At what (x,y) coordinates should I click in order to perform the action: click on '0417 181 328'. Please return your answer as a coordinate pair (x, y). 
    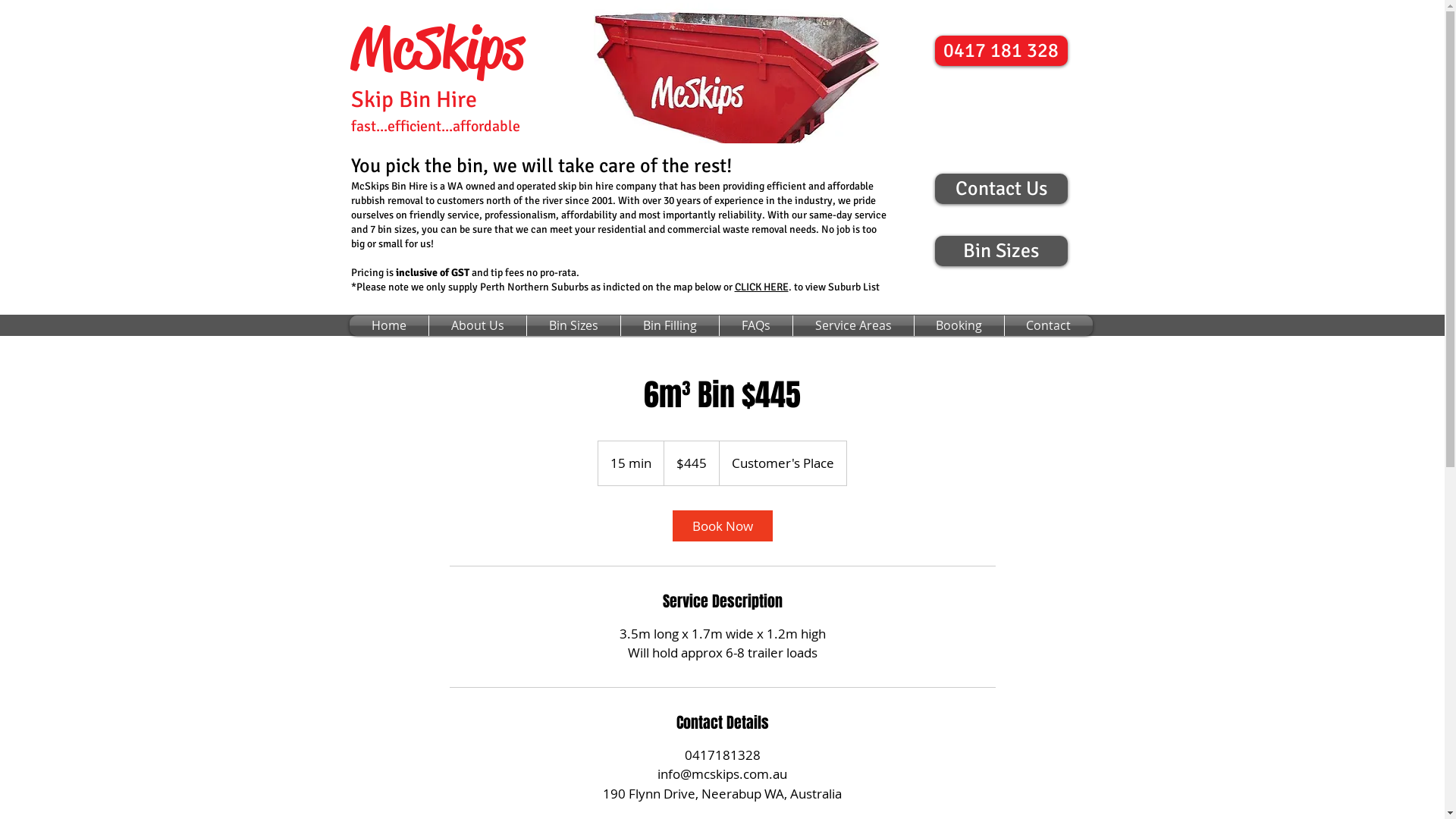
    Looking at the image, I should click on (1000, 49).